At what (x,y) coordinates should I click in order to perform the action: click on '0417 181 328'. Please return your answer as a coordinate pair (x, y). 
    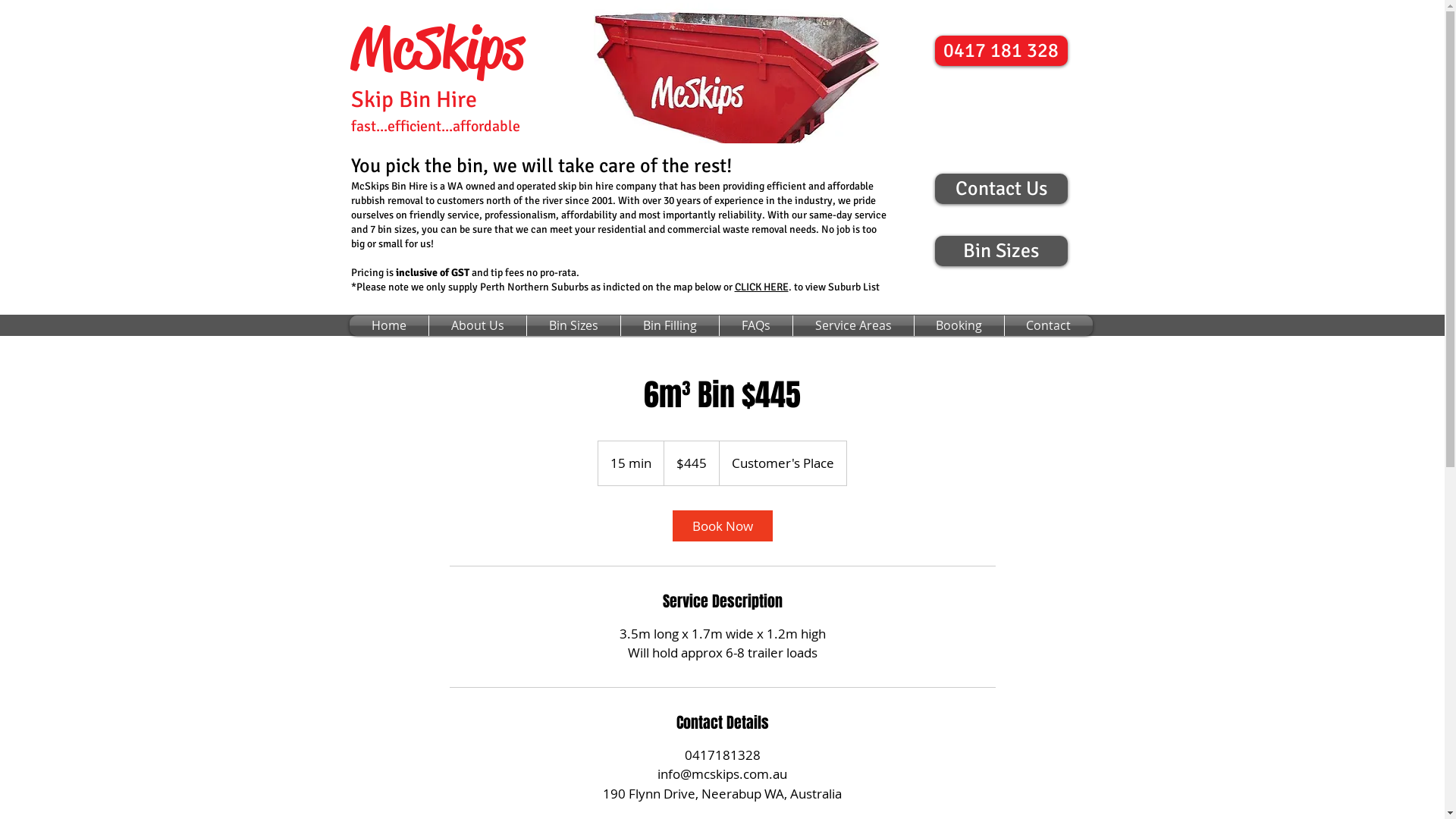
    Looking at the image, I should click on (1000, 49).